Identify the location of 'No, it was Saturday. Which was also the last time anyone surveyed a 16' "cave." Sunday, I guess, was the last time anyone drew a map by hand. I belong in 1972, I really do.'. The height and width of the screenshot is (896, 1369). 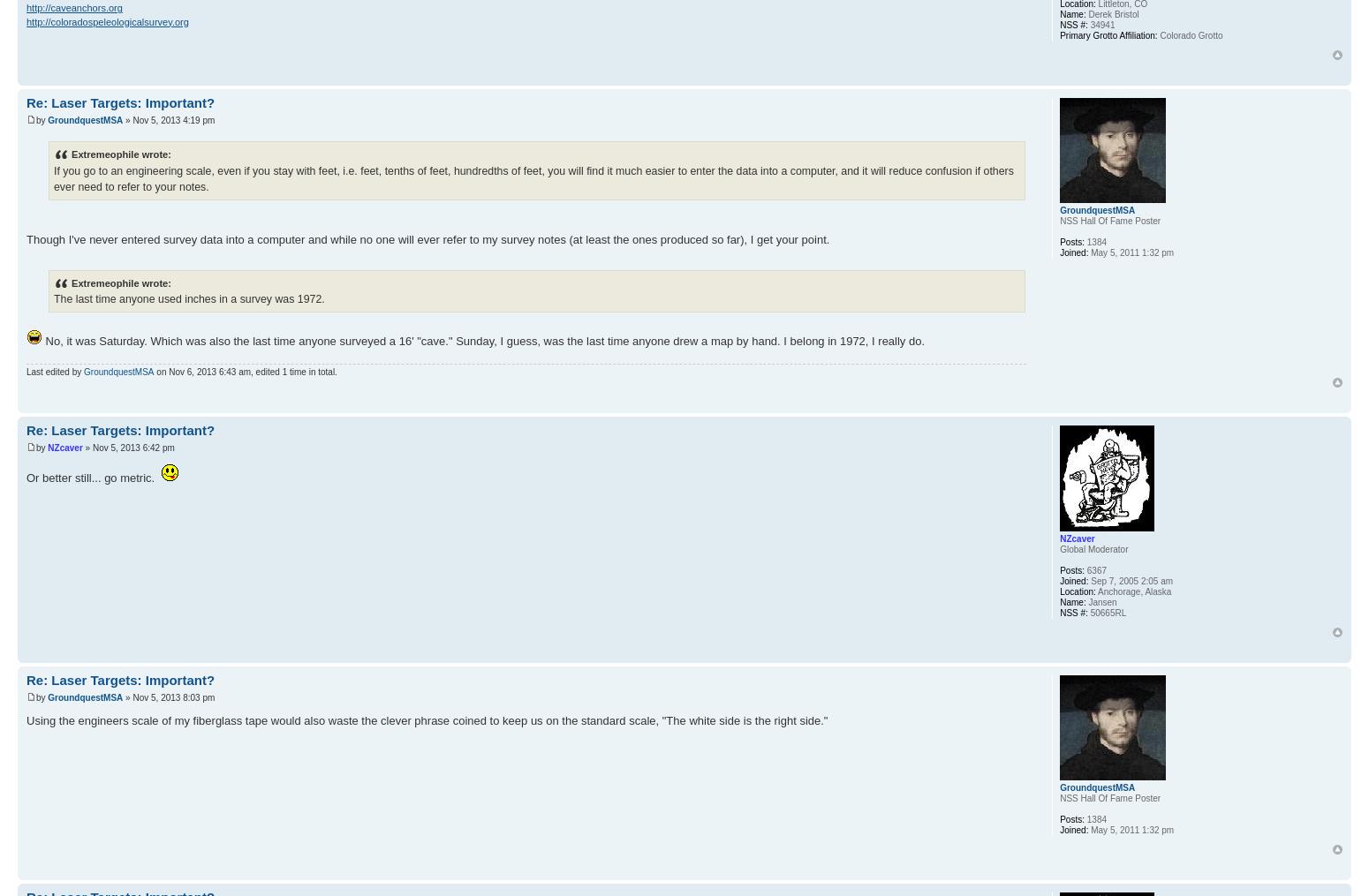
(483, 340).